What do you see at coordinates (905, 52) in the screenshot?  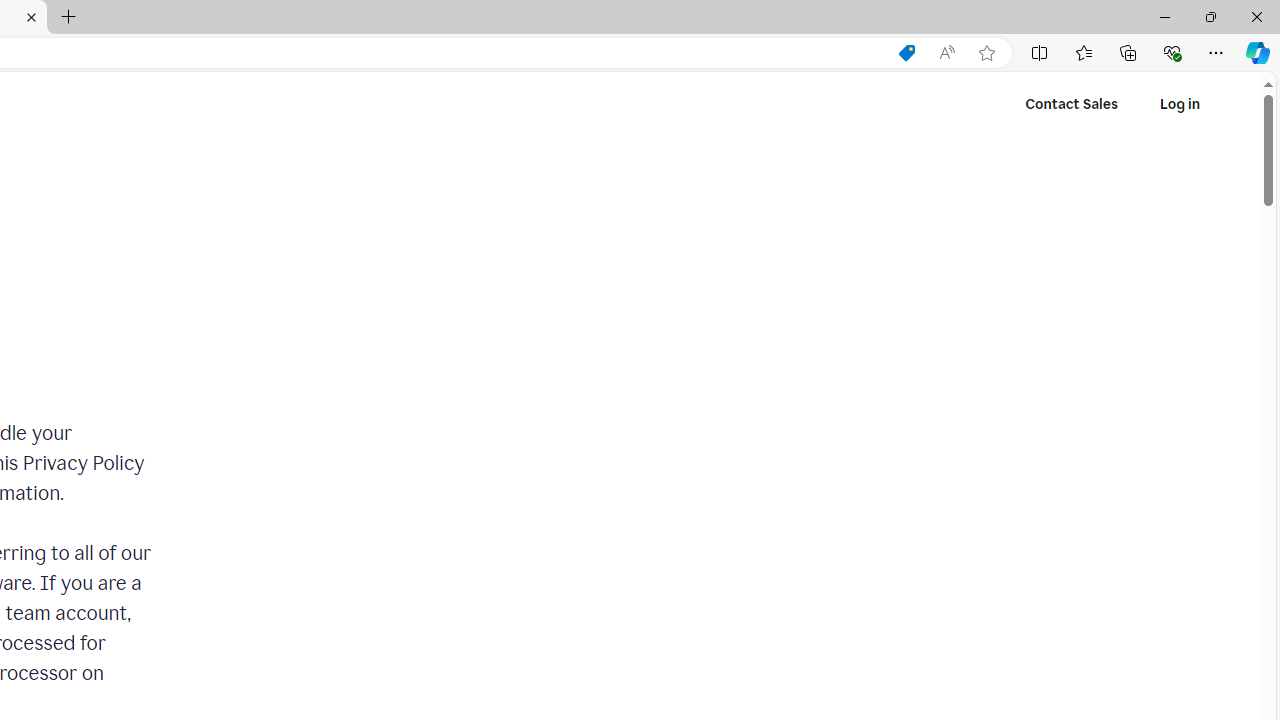 I see `'Shopping in Microsoft Edge'` at bounding box center [905, 52].